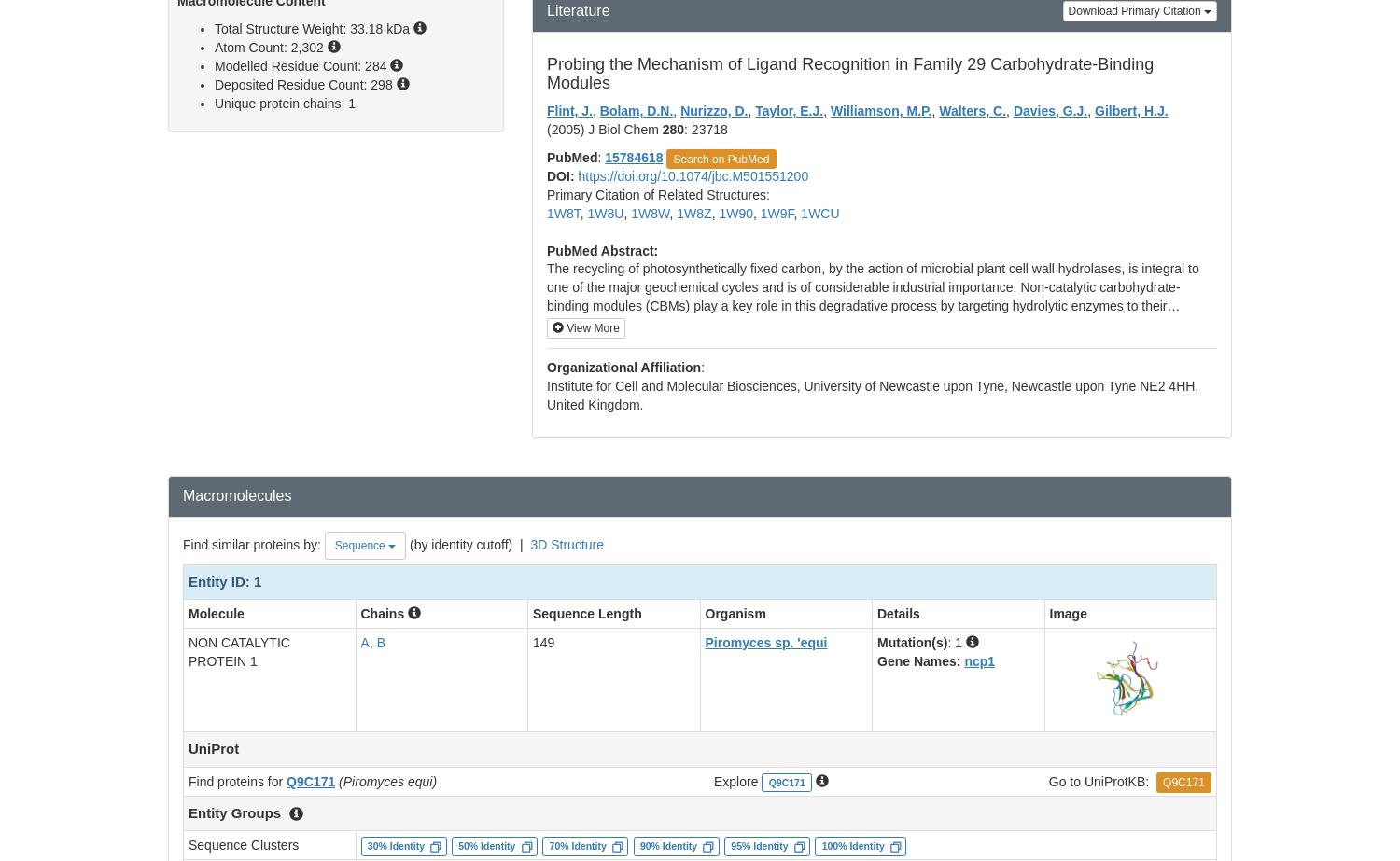  Describe the element at coordinates (623, 368) in the screenshot. I see `'Organizational Affiliation'` at that location.